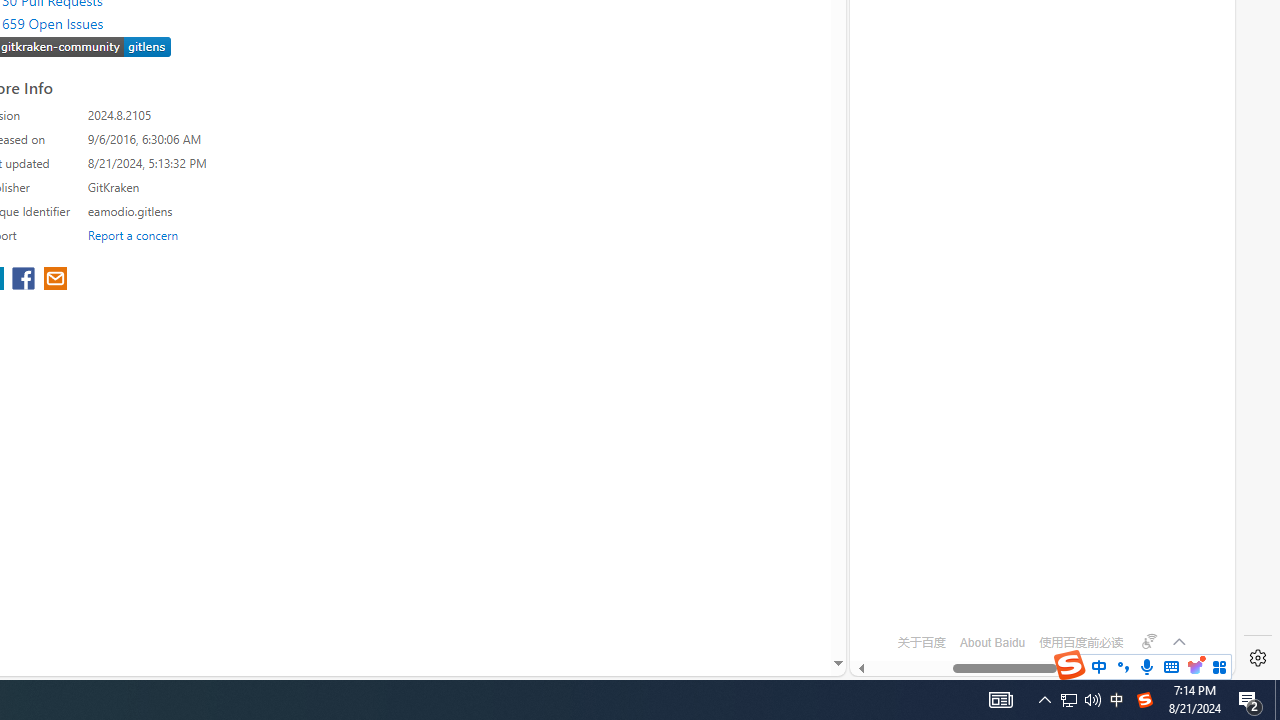  Describe the element at coordinates (992, 642) in the screenshot. I see `'About Baidu'` at that location.